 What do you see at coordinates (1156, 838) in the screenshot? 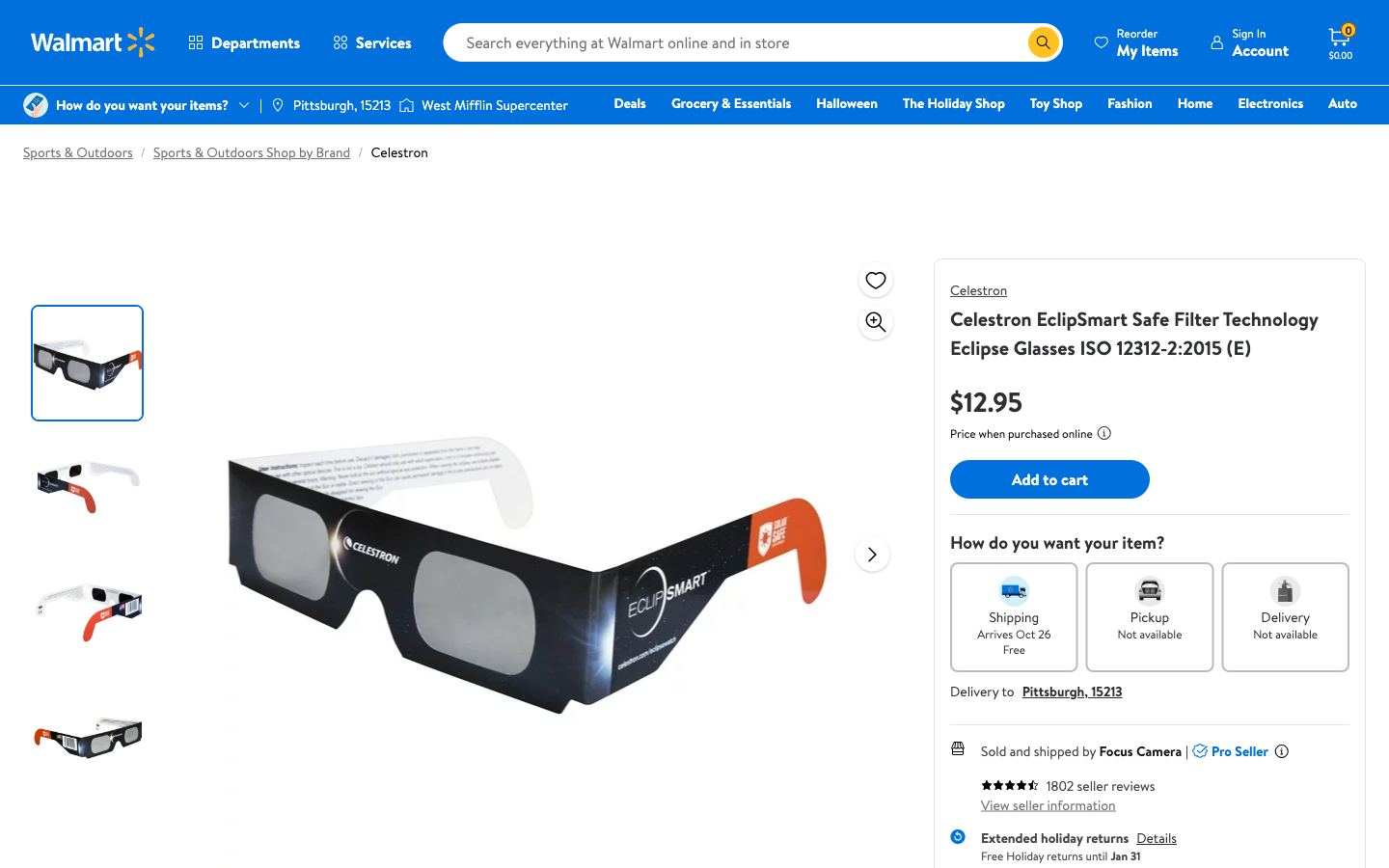
I see `Check return provisions of the selected product` at bounding box center [1156, 838].